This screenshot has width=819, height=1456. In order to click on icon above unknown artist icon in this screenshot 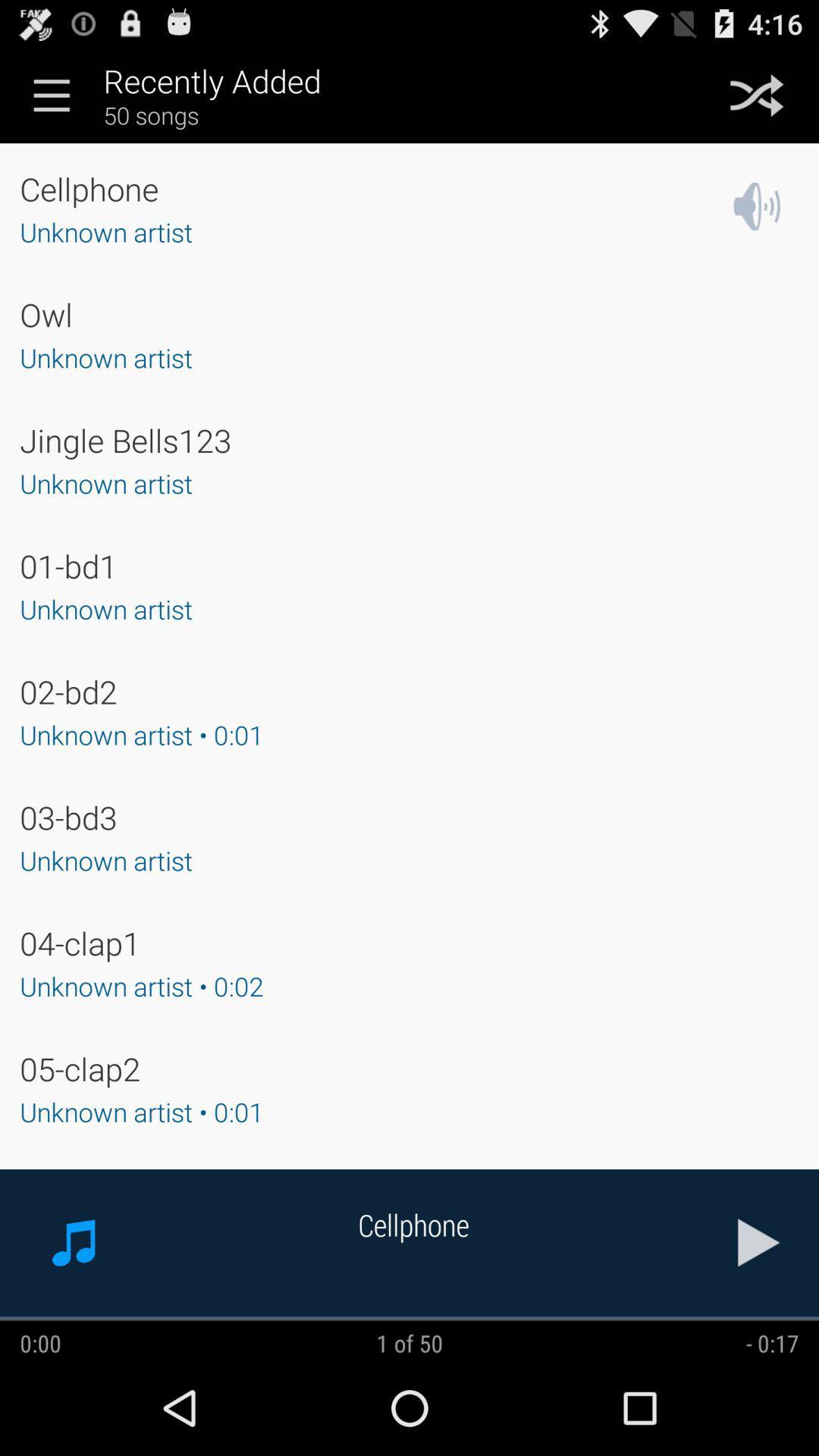, I will do `click(124, 439)`.